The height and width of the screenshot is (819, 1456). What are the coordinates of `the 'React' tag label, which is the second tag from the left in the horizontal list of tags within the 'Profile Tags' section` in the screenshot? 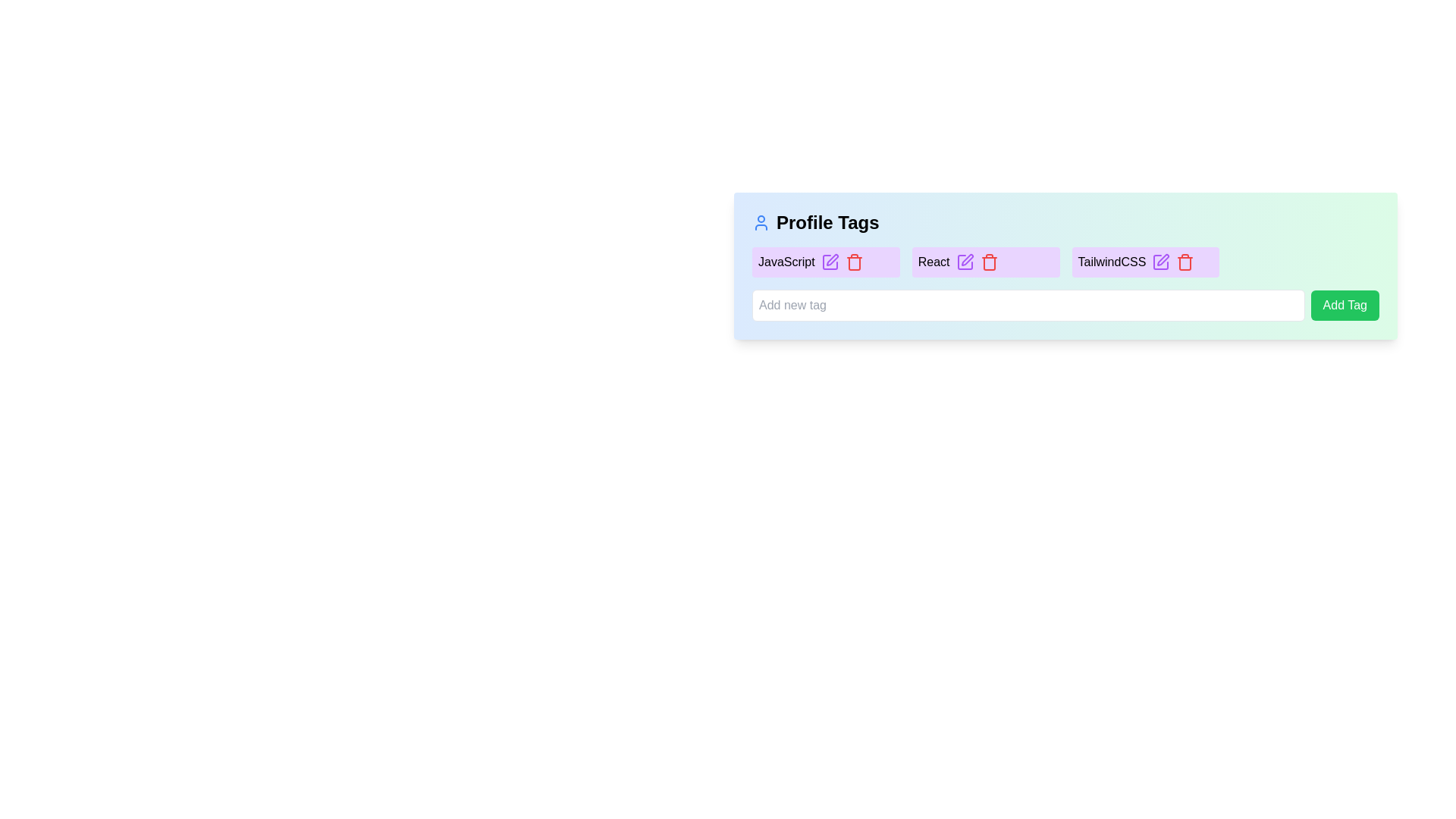 It's located at (933, 262).